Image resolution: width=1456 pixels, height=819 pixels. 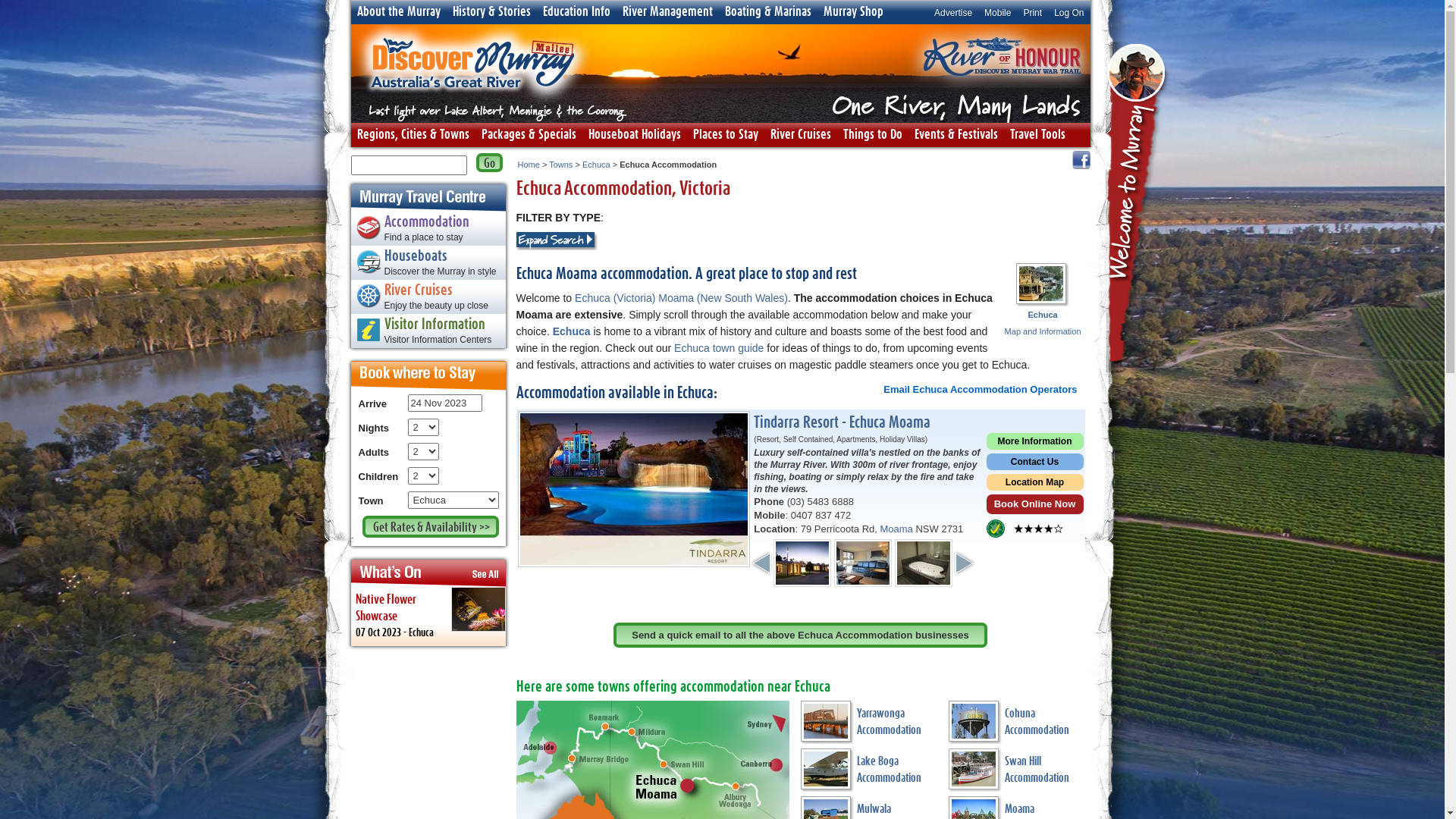 I want to click on 'Events & Festivals', so click(x=955, y=133).